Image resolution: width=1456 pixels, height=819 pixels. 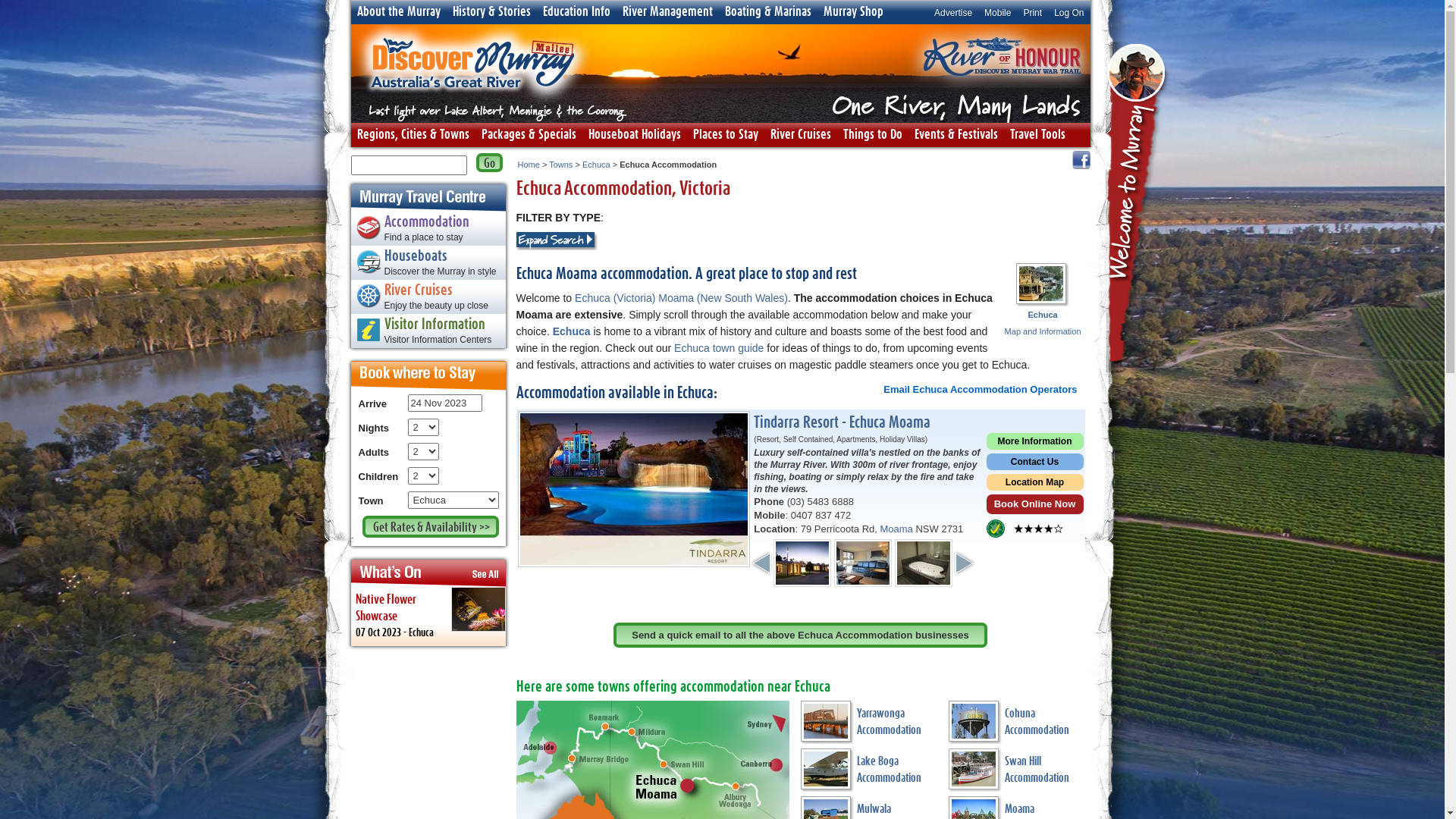 I want to click on 'Events & Festivals', so click(x=955, y=133).